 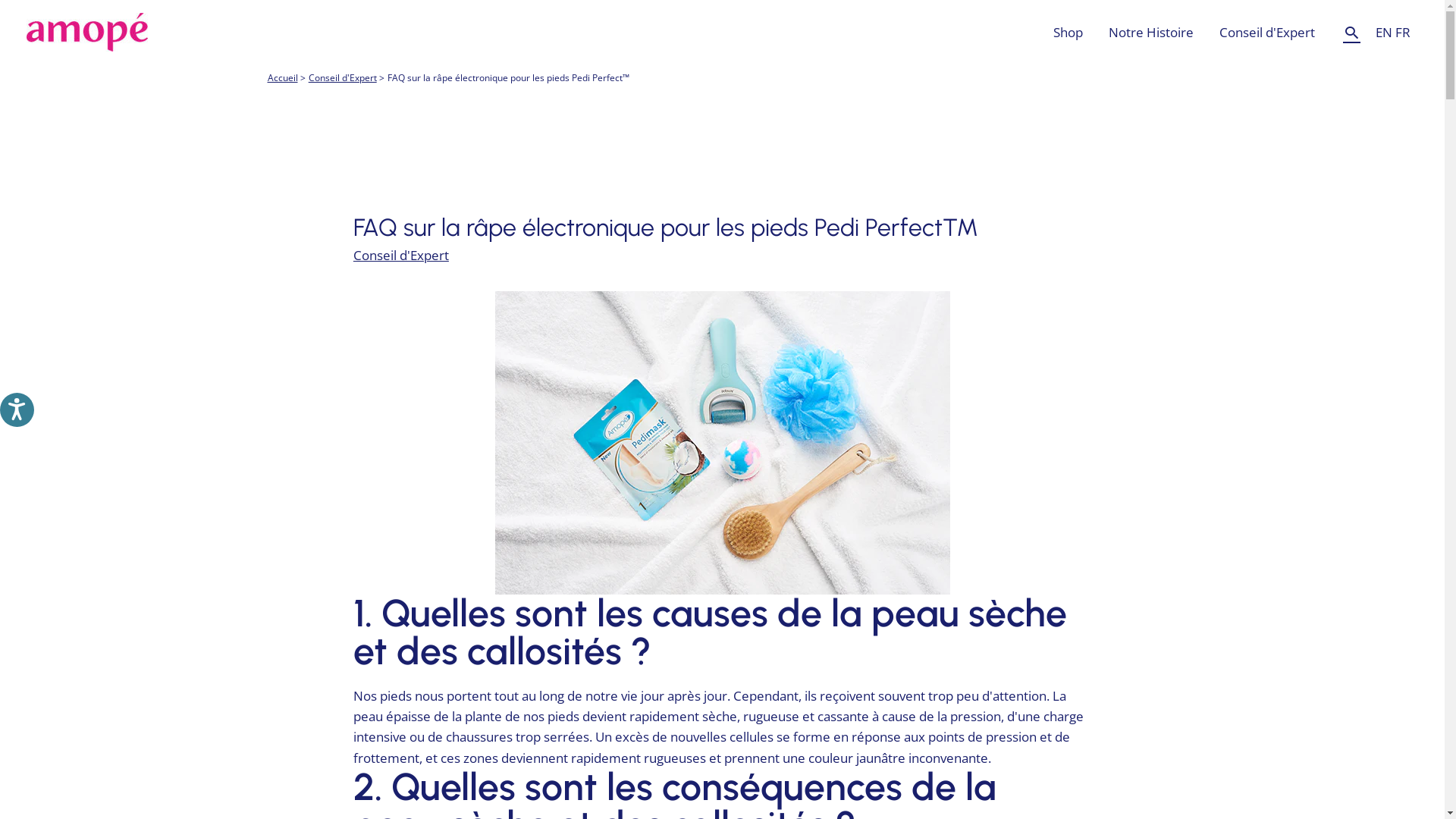 I want to click on 'Rechercher', so click(x=1351, y=32).